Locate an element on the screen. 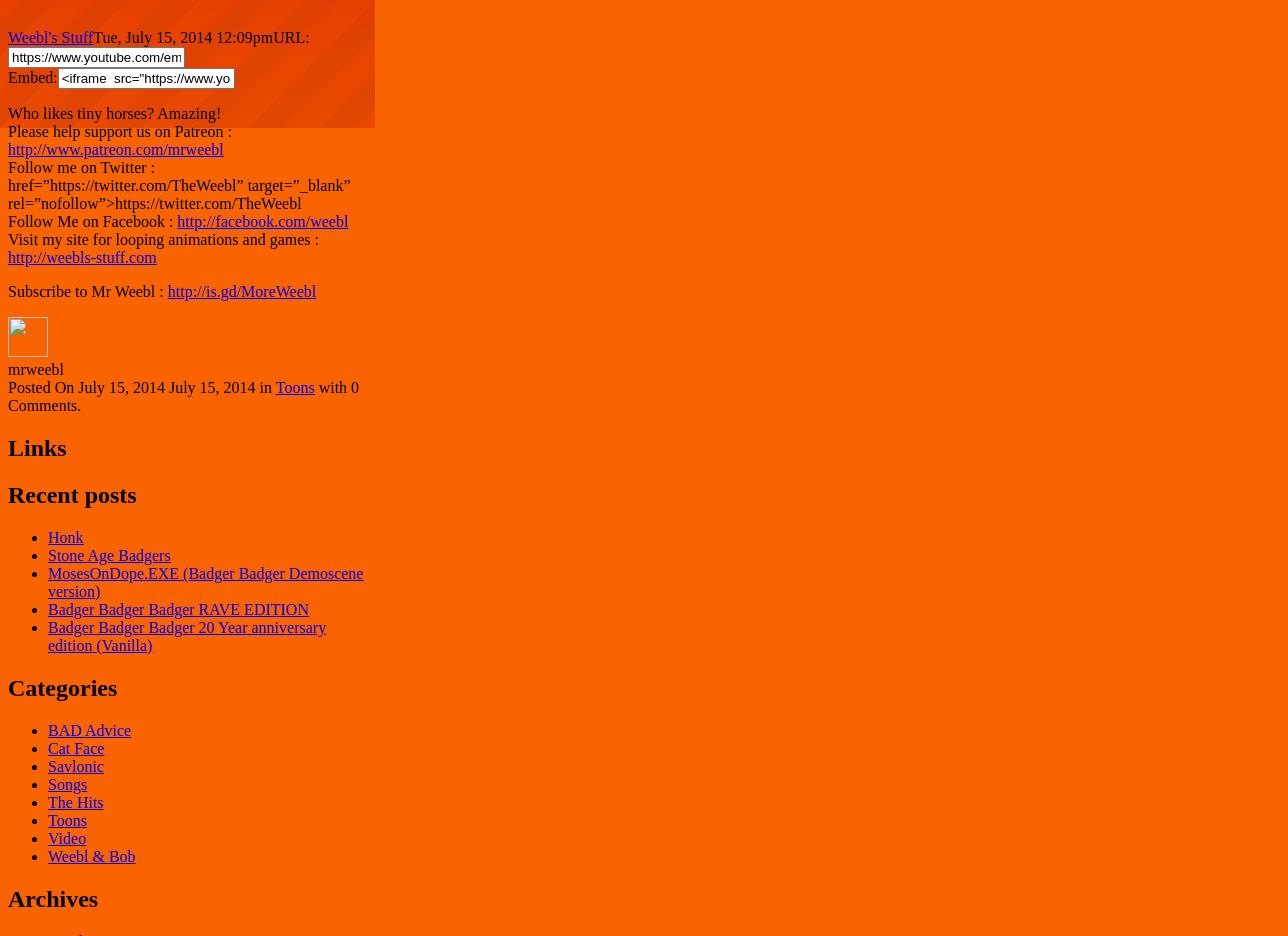  'Archives' is located at coordinates (52, 896).